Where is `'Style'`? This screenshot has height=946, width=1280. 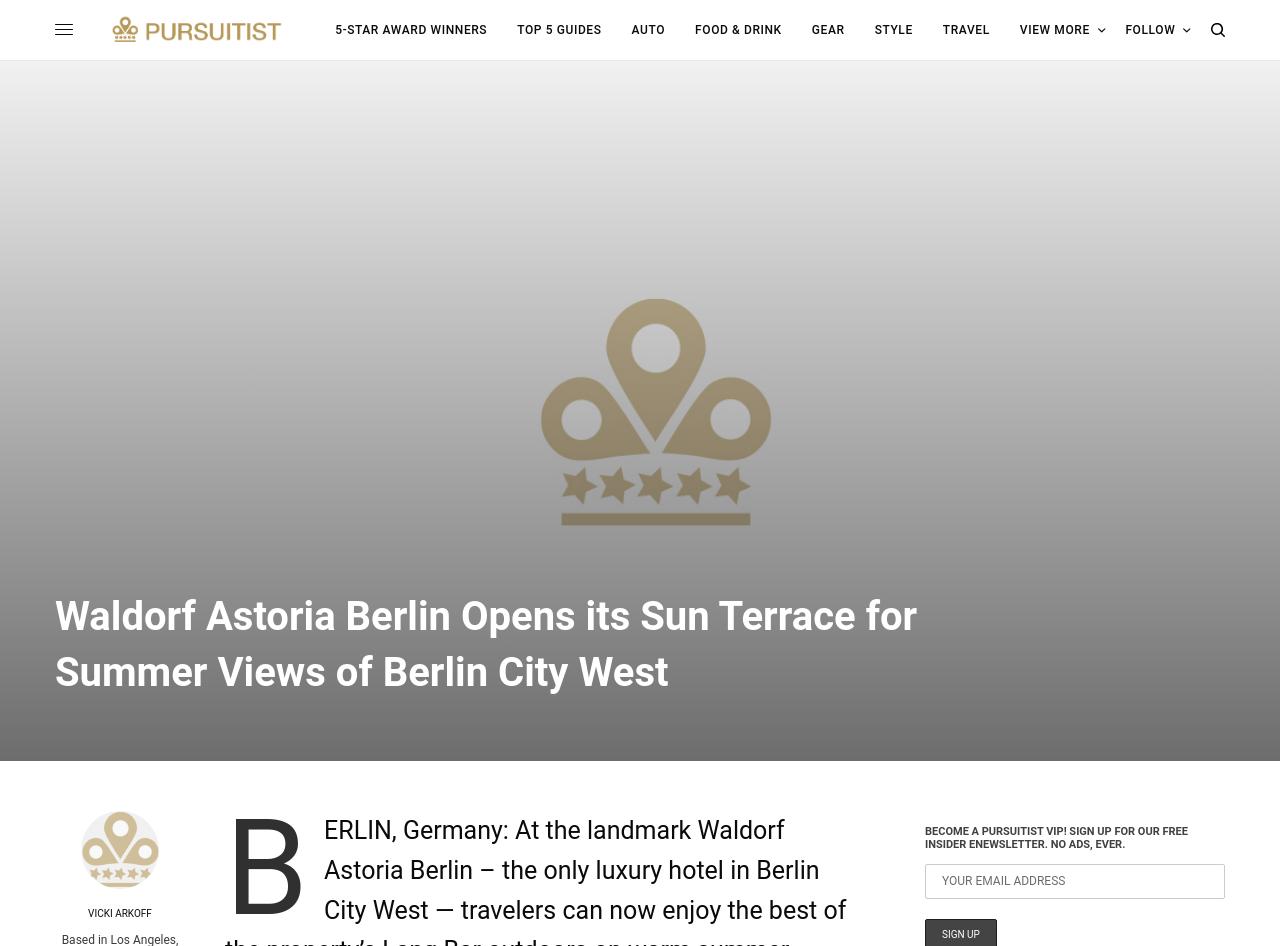
'Style' is located at coordinates (892, 29).